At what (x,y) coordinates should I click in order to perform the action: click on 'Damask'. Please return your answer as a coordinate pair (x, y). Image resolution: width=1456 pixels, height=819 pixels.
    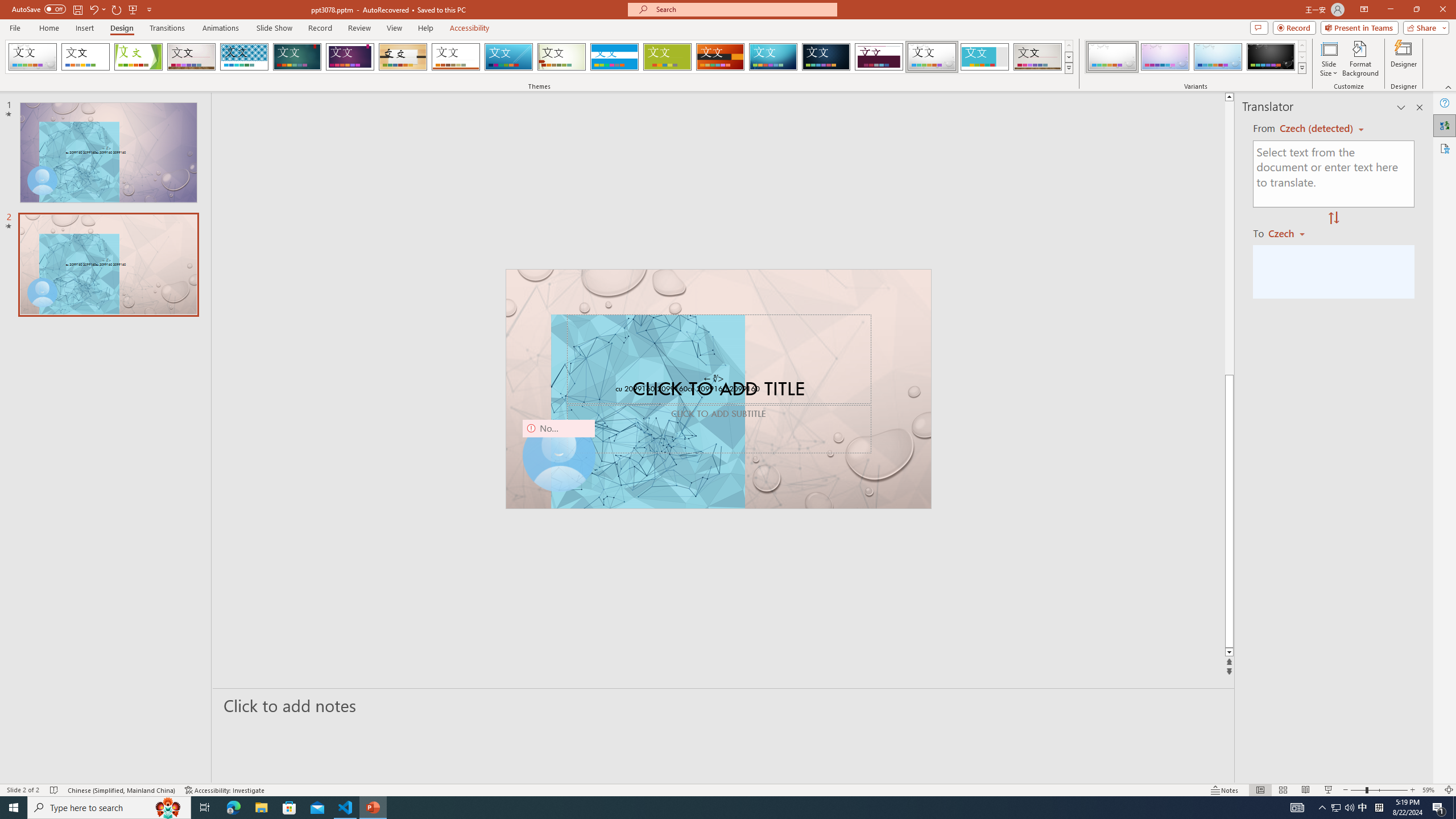
    Looking at the image, I should click on (825, 56).